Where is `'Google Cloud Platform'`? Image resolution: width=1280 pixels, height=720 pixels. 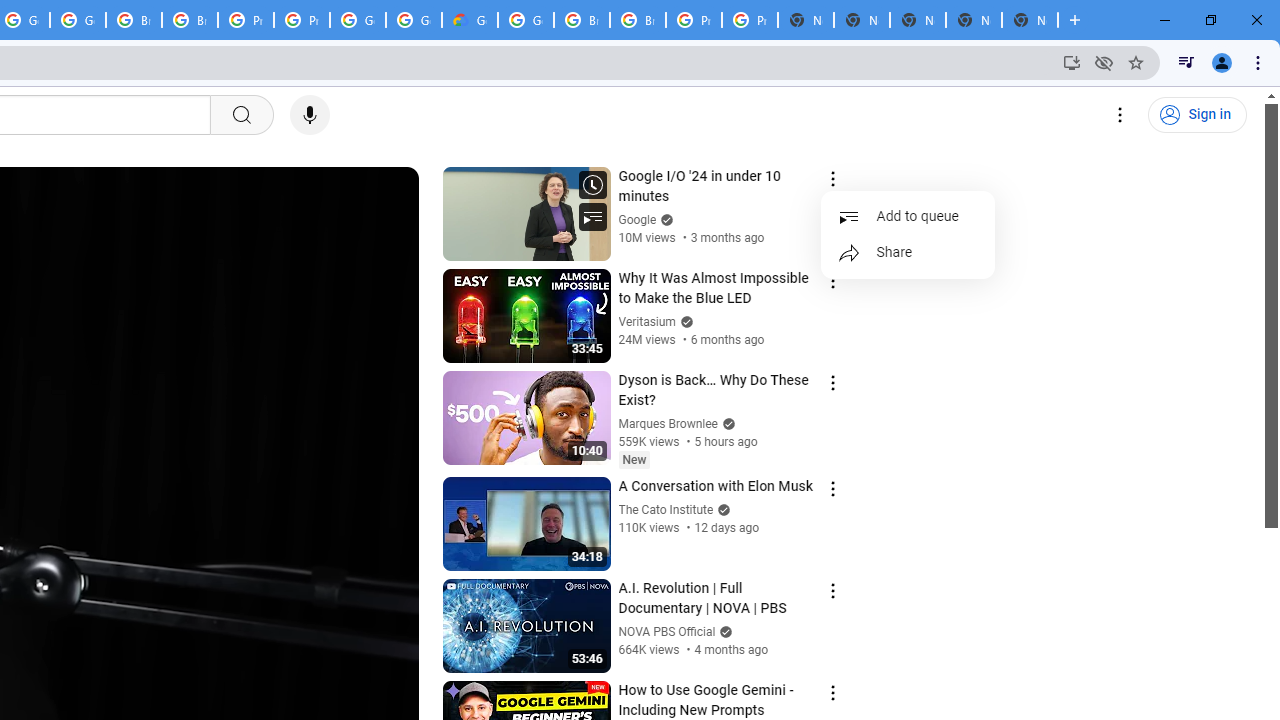 'Google Cloud Platform' is located at coordinates (526, 20).